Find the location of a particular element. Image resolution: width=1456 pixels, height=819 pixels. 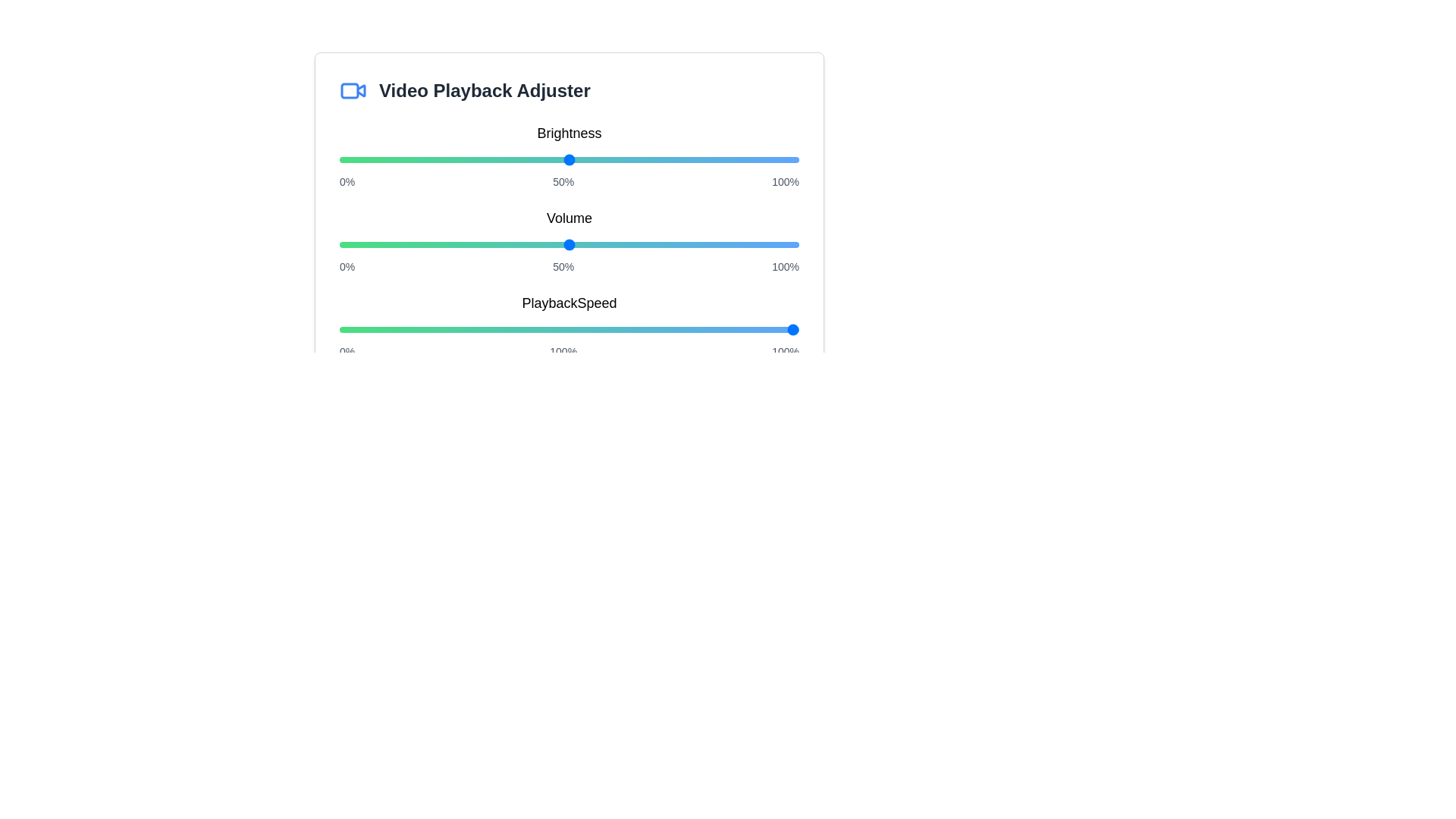

the volume slider to set the volume to 18% is located at coordinates (422, 244).